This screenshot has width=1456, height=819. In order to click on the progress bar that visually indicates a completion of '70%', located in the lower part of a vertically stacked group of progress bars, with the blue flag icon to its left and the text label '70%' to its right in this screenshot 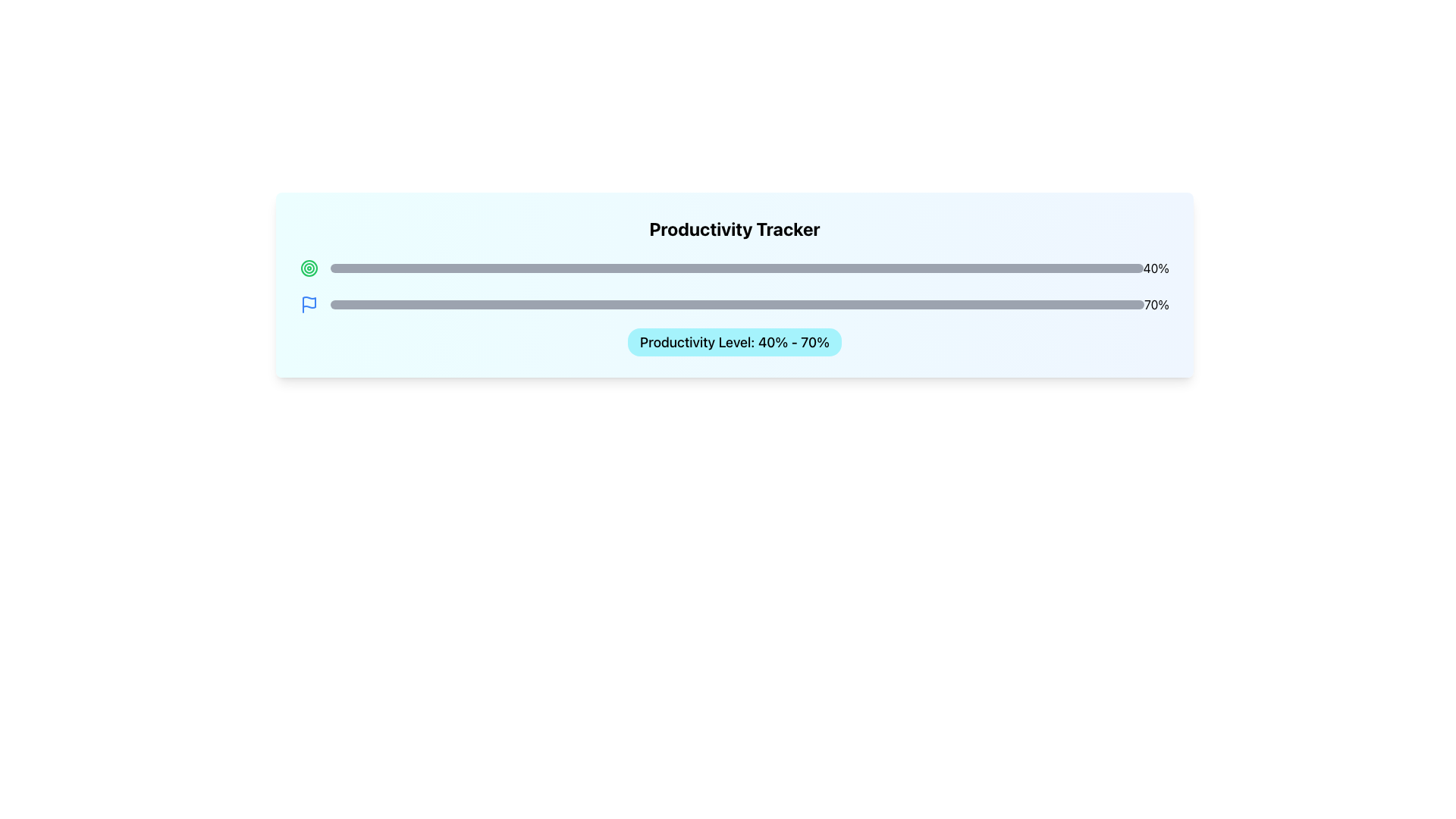, I will do `click(735, 304)`.